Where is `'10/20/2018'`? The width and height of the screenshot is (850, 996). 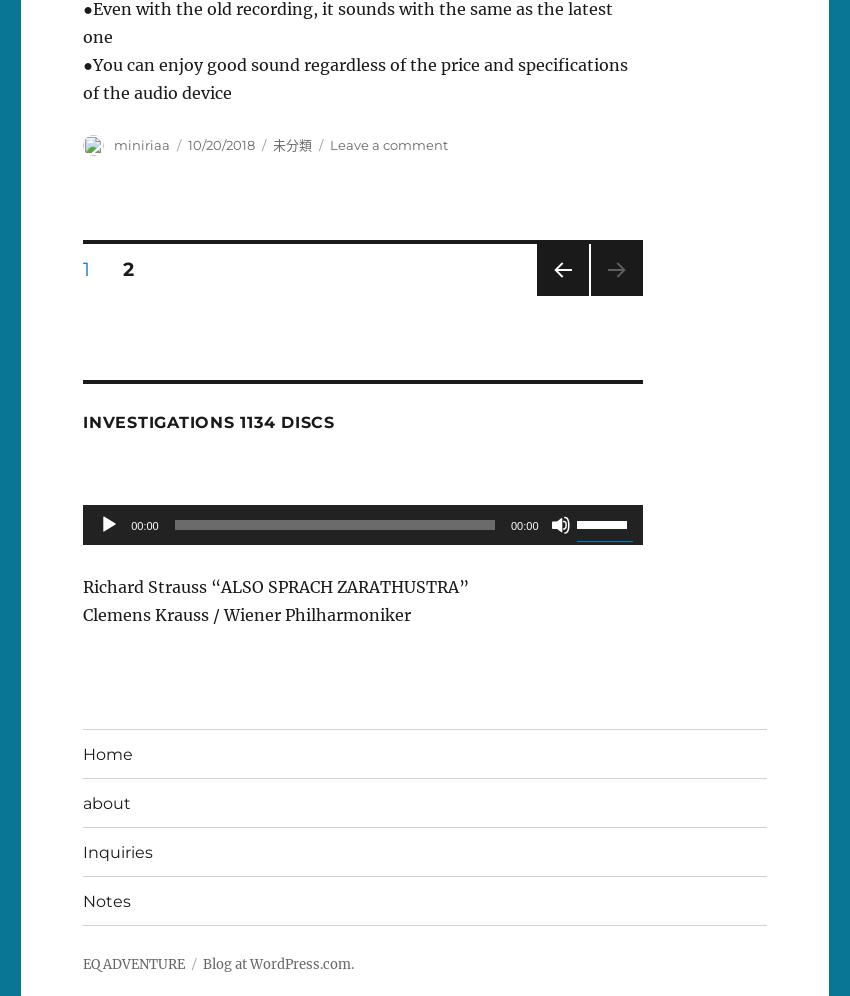 '10/20/2018' is located at coordinates (221, 144).